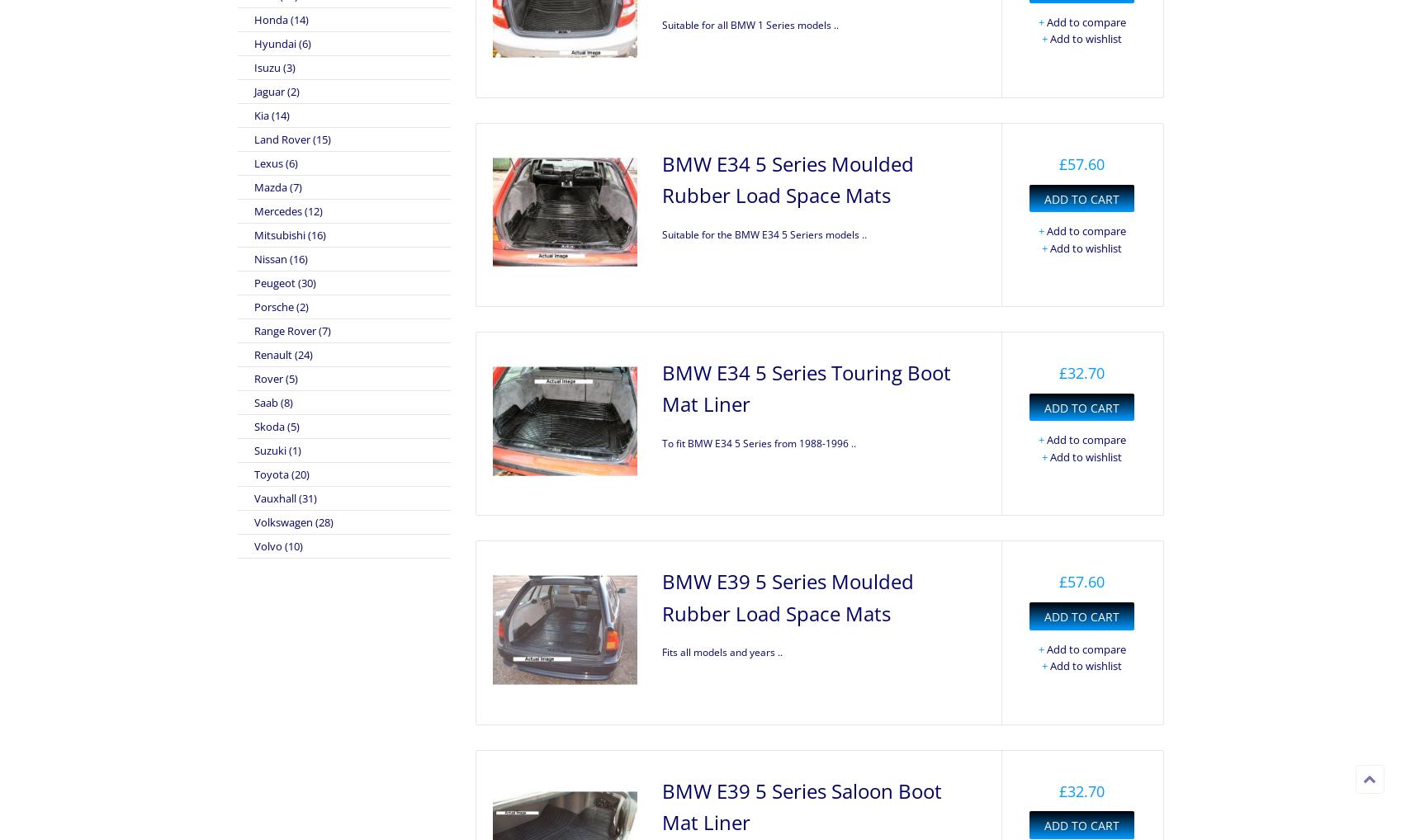 The image size is (1401, 840). What do you see at coordinates (788, 178) in the screenshot?
I see `'BMW E34 5 Series Moulded Rubber Load Space Mats'` at bounding box center [788, 178].